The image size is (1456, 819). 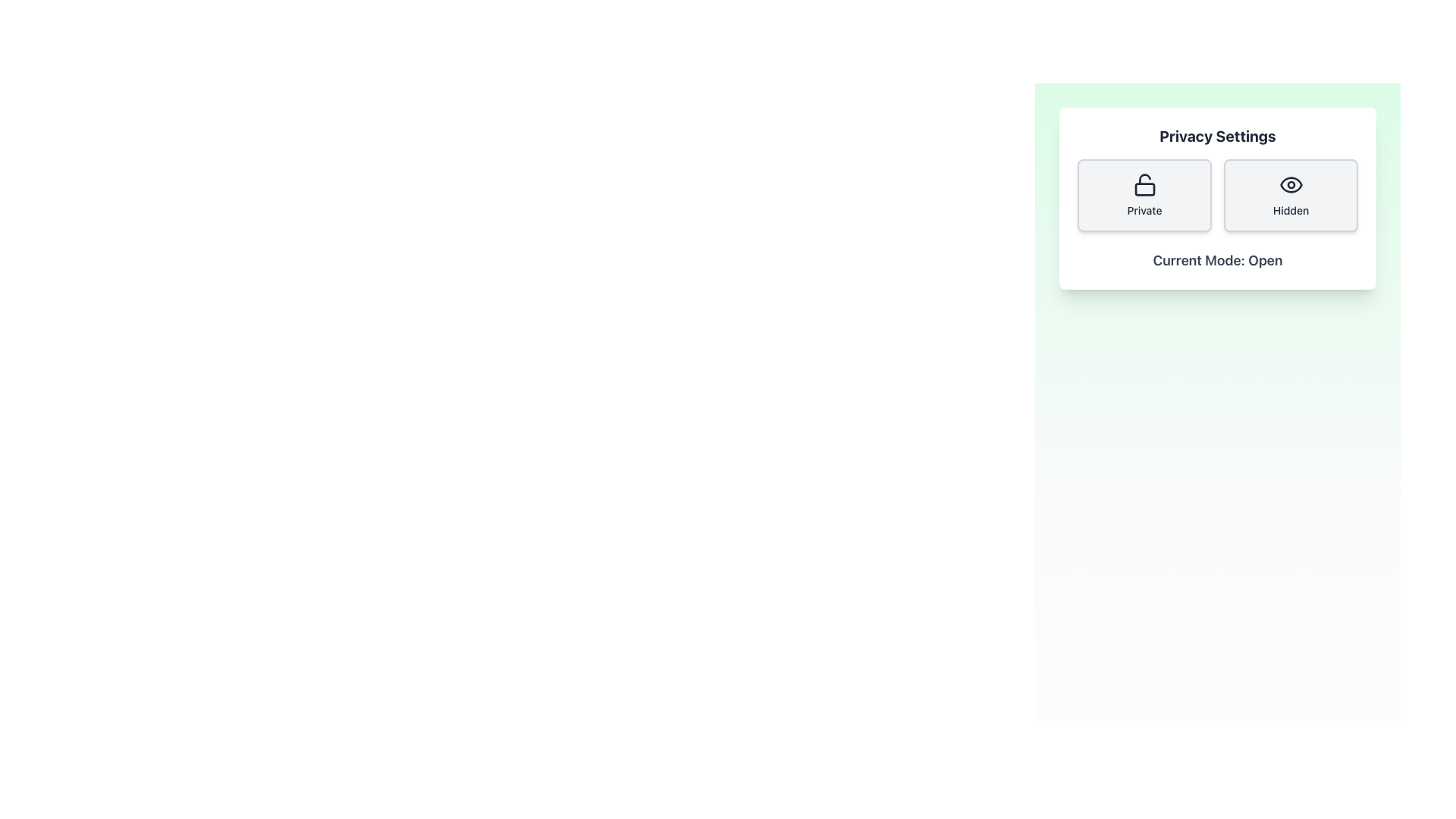 What do you see at coordinates (1144, 189) in the screenshot?
I see `the small rectangular lock body icon located within the graphical lock representation under the 'Private' option in the 'Privacy Settings' section, positioned to the left of the 'Hidden' icon` at bounding box center [1144, 189].